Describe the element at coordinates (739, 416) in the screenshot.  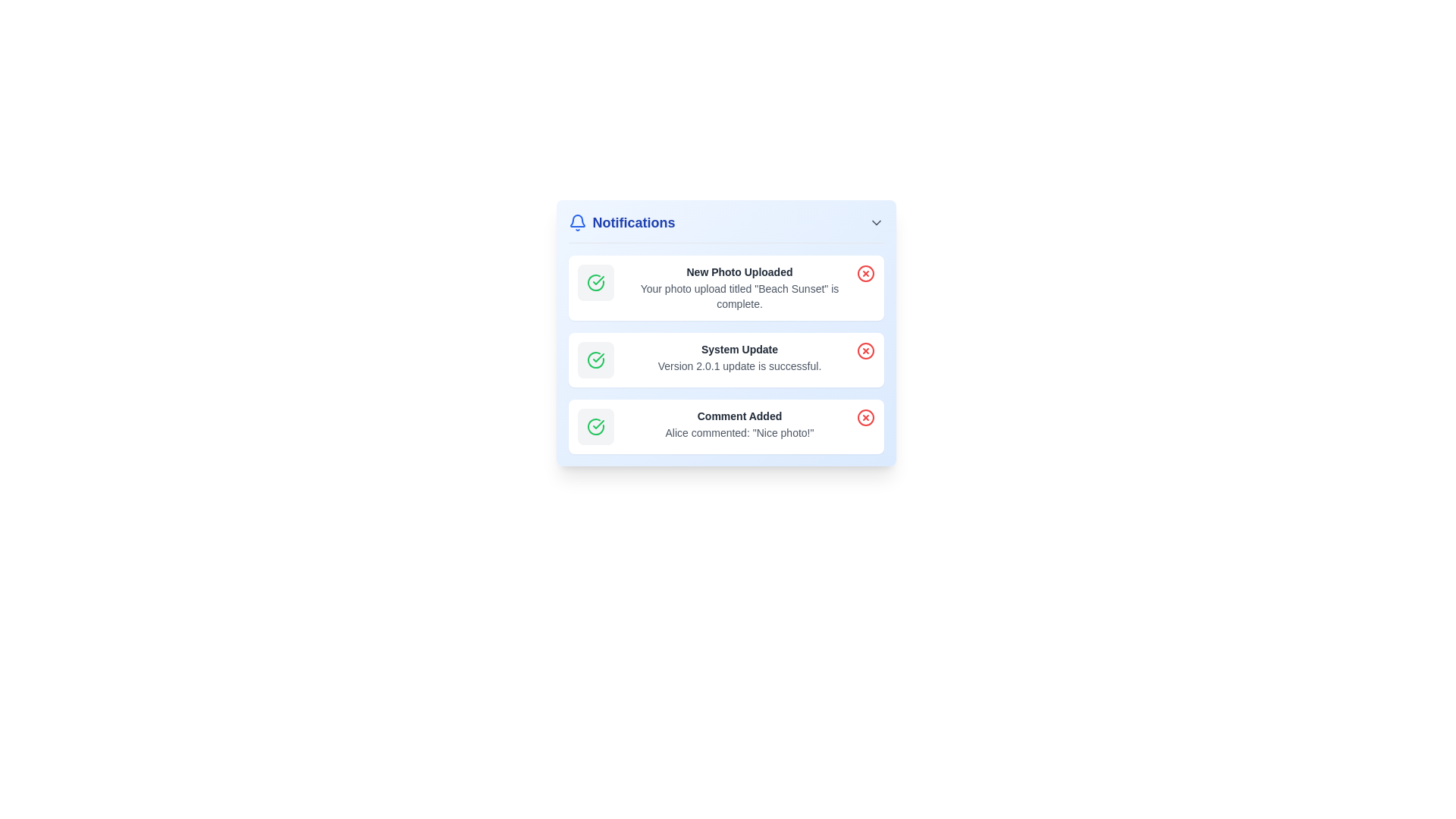
I see `the title Text Label of the notification entry, which is positioned at the top of the notification box in the 'Notifications' section` at that location.